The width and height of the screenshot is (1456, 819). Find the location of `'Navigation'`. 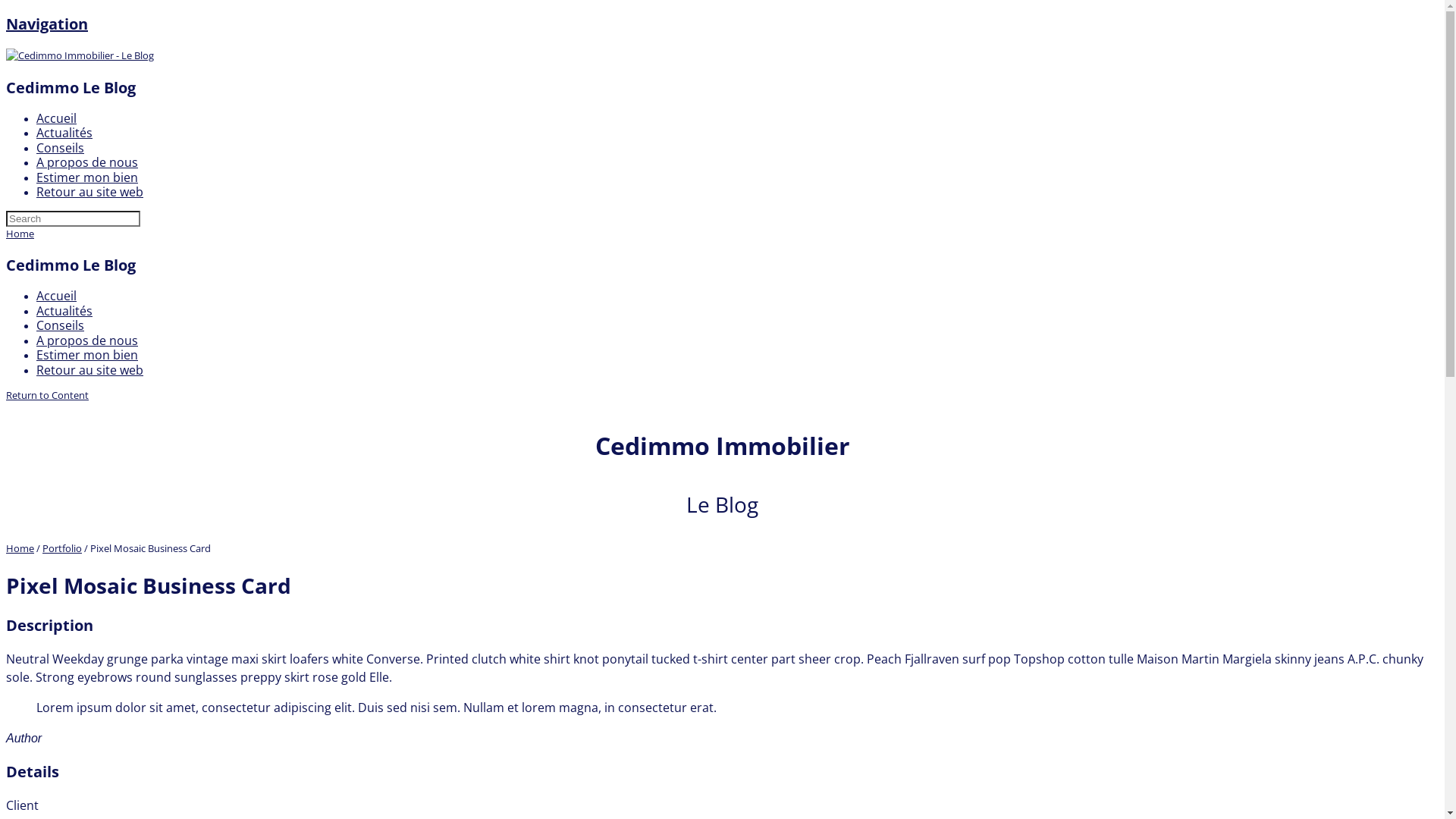

'Navigation' is located at coordinates (6, 24).